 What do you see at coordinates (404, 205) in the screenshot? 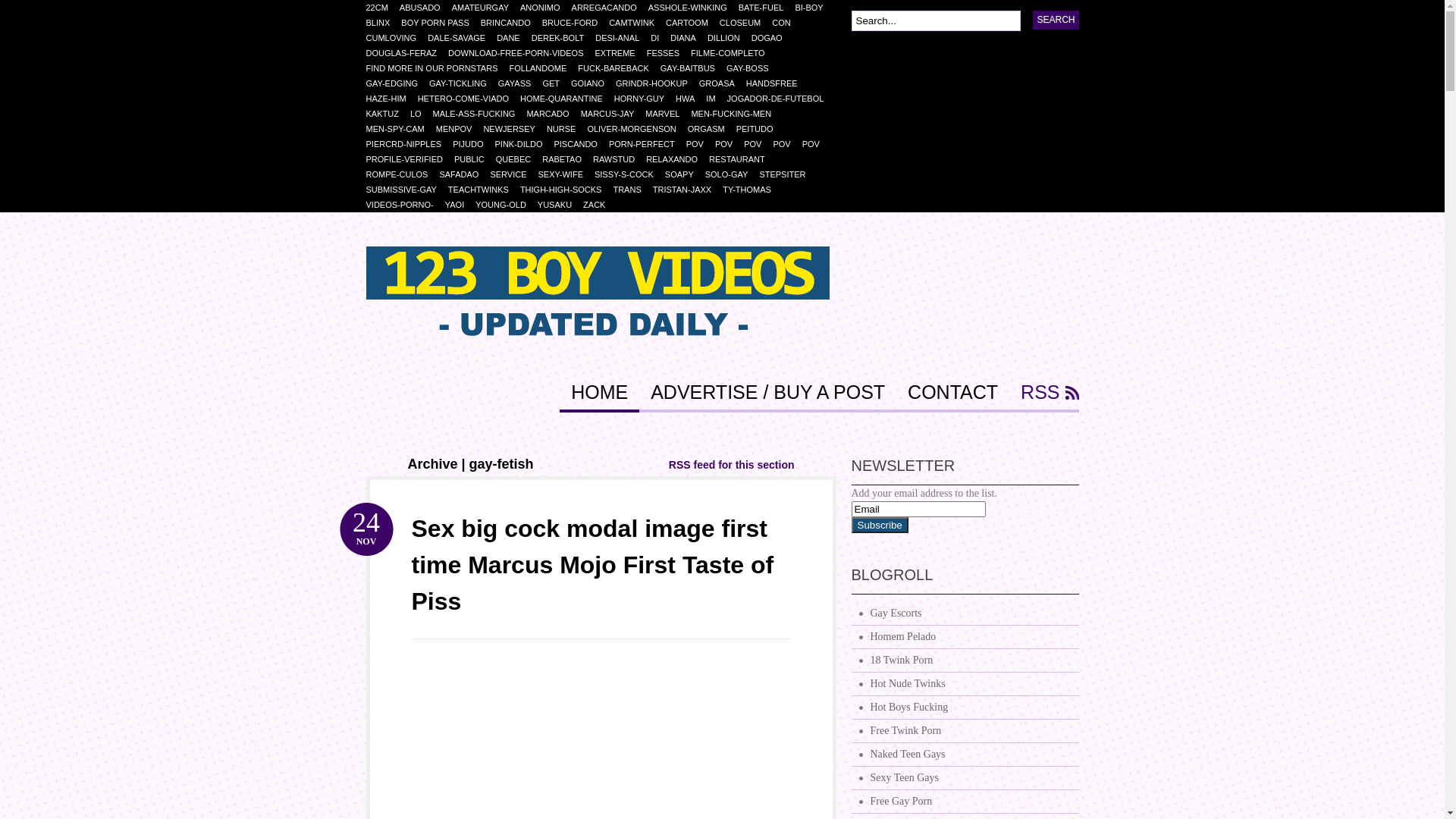
I see `'VIDEOS-PORNO-'` at bounding box center [404, 205].